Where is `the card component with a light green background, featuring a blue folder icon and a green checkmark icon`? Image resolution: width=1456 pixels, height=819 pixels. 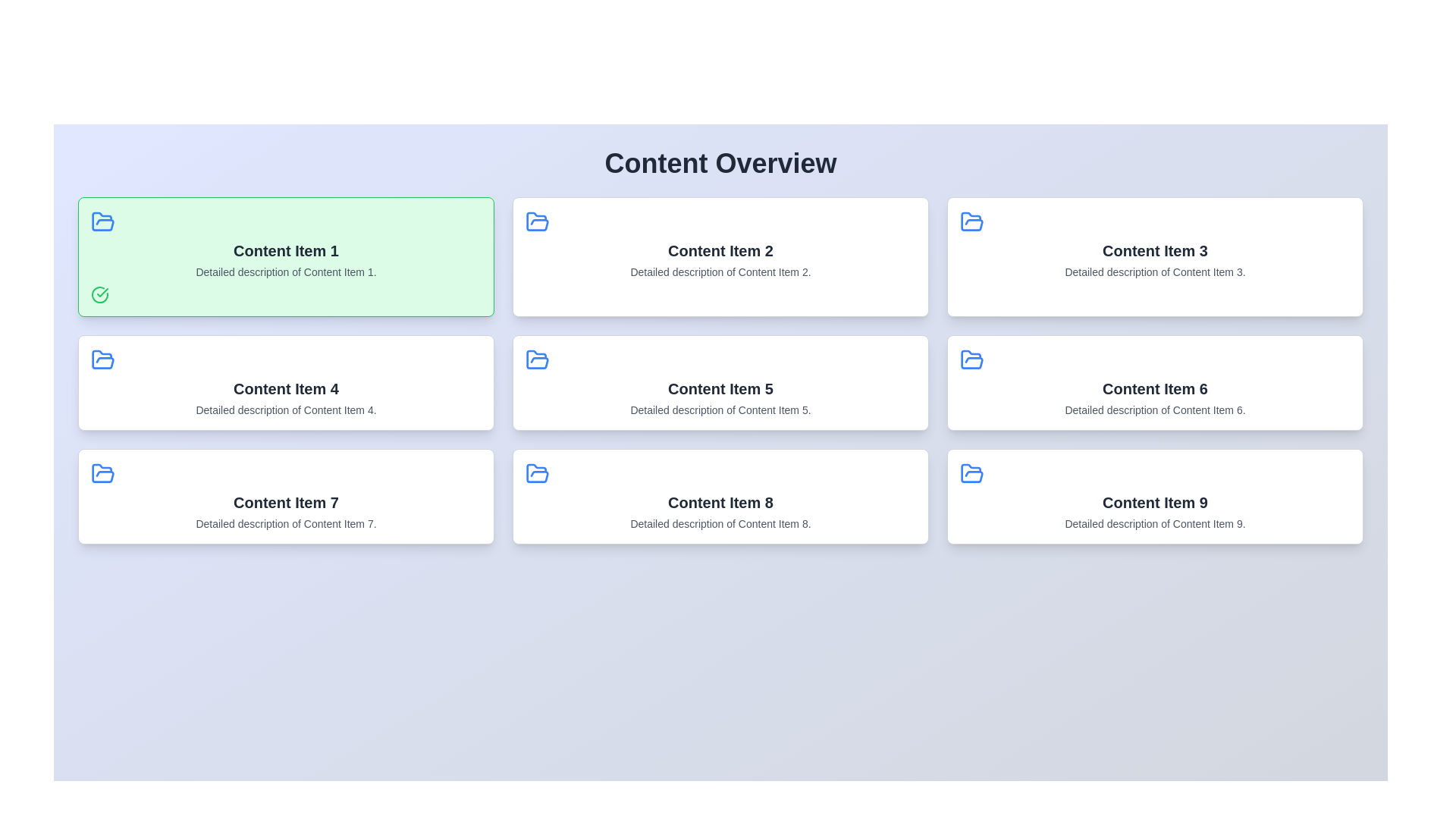
the card component with a light green background, featuring a blue folder icon and a green checkmark icon is located at coordinates (286, 256).